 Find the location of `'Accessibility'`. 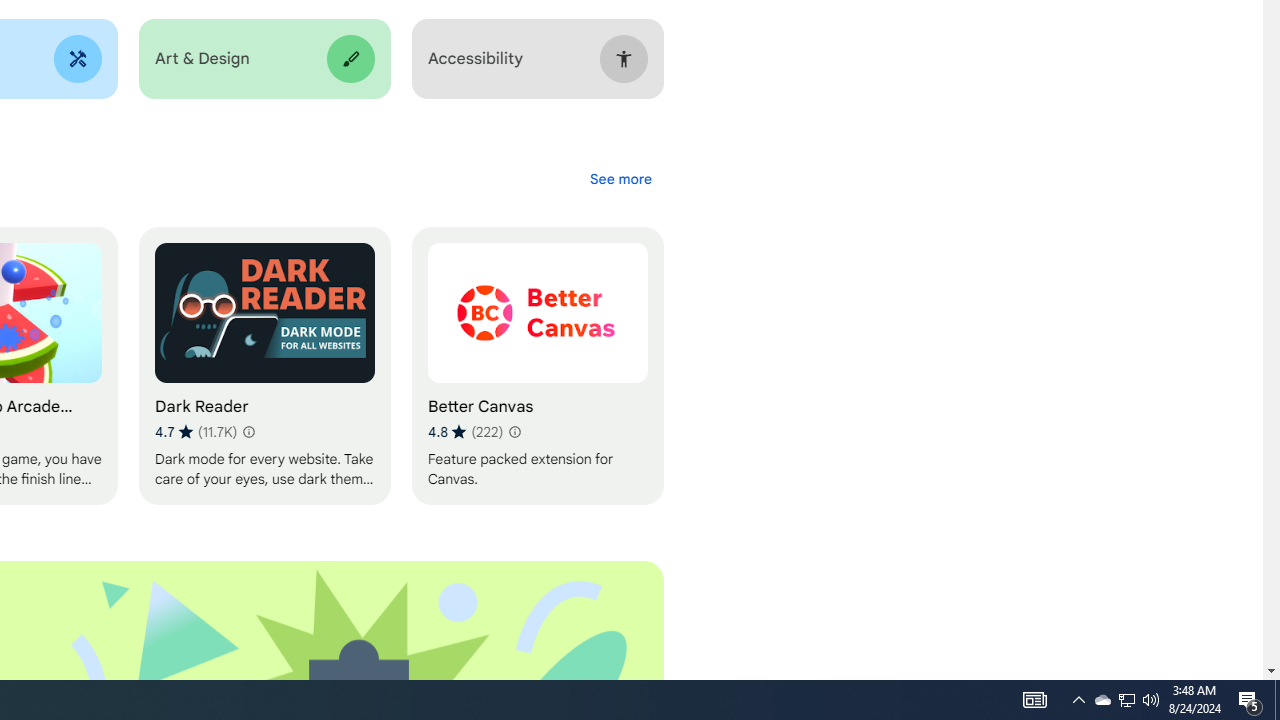

'Accessibility' is located at coordinates (537, 58).